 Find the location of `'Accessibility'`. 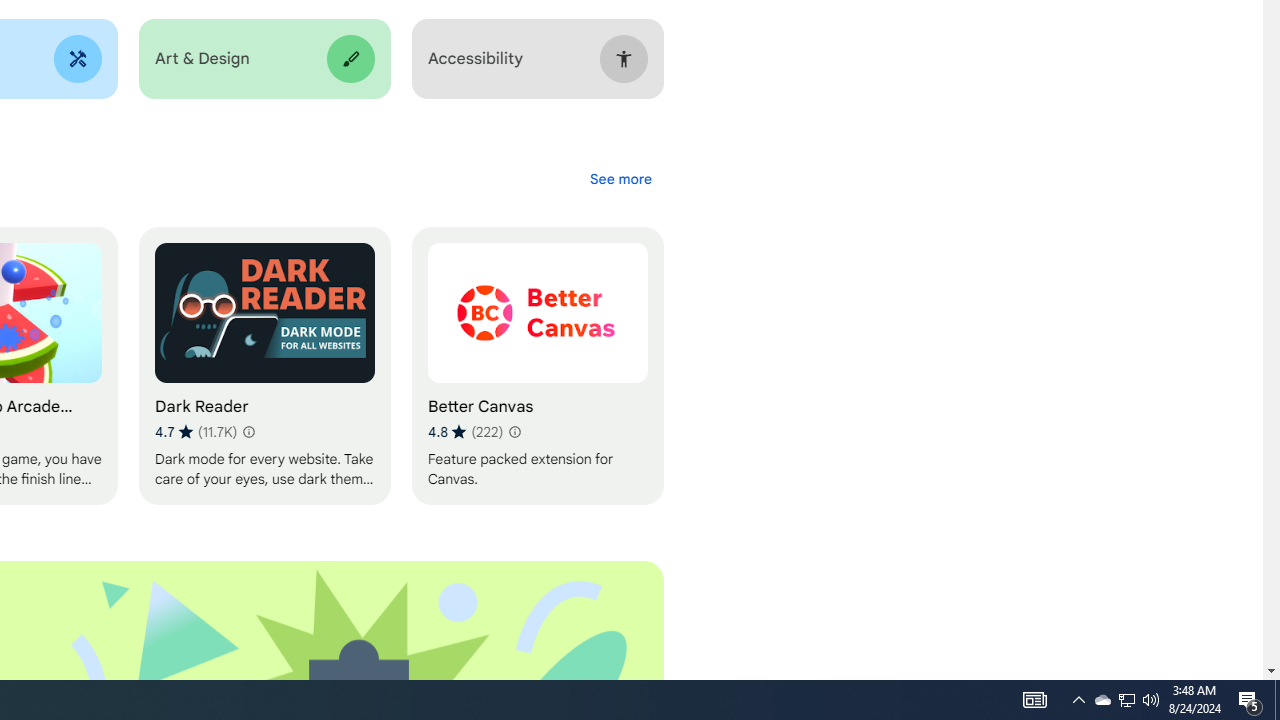

'Accessibility' is located at coordinates (537, 58).